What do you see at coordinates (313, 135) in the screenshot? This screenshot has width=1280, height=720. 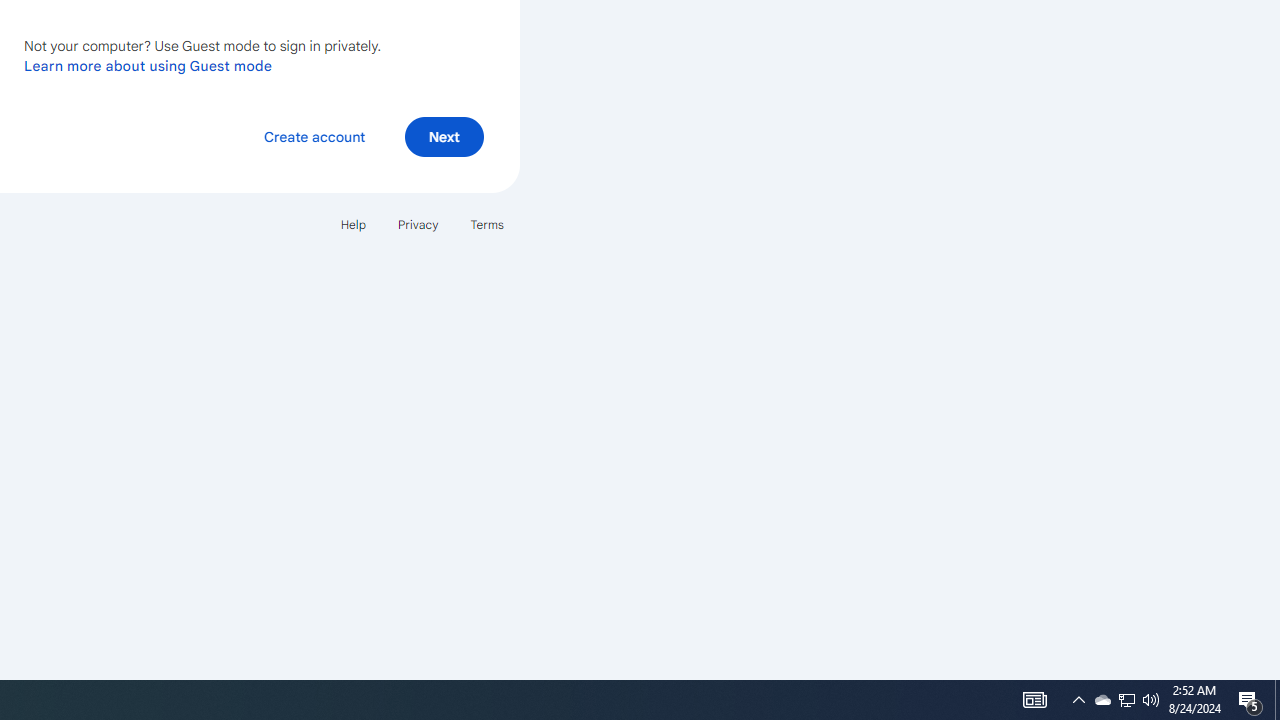 I see `'Create account'` at bounding box center [313, 135].